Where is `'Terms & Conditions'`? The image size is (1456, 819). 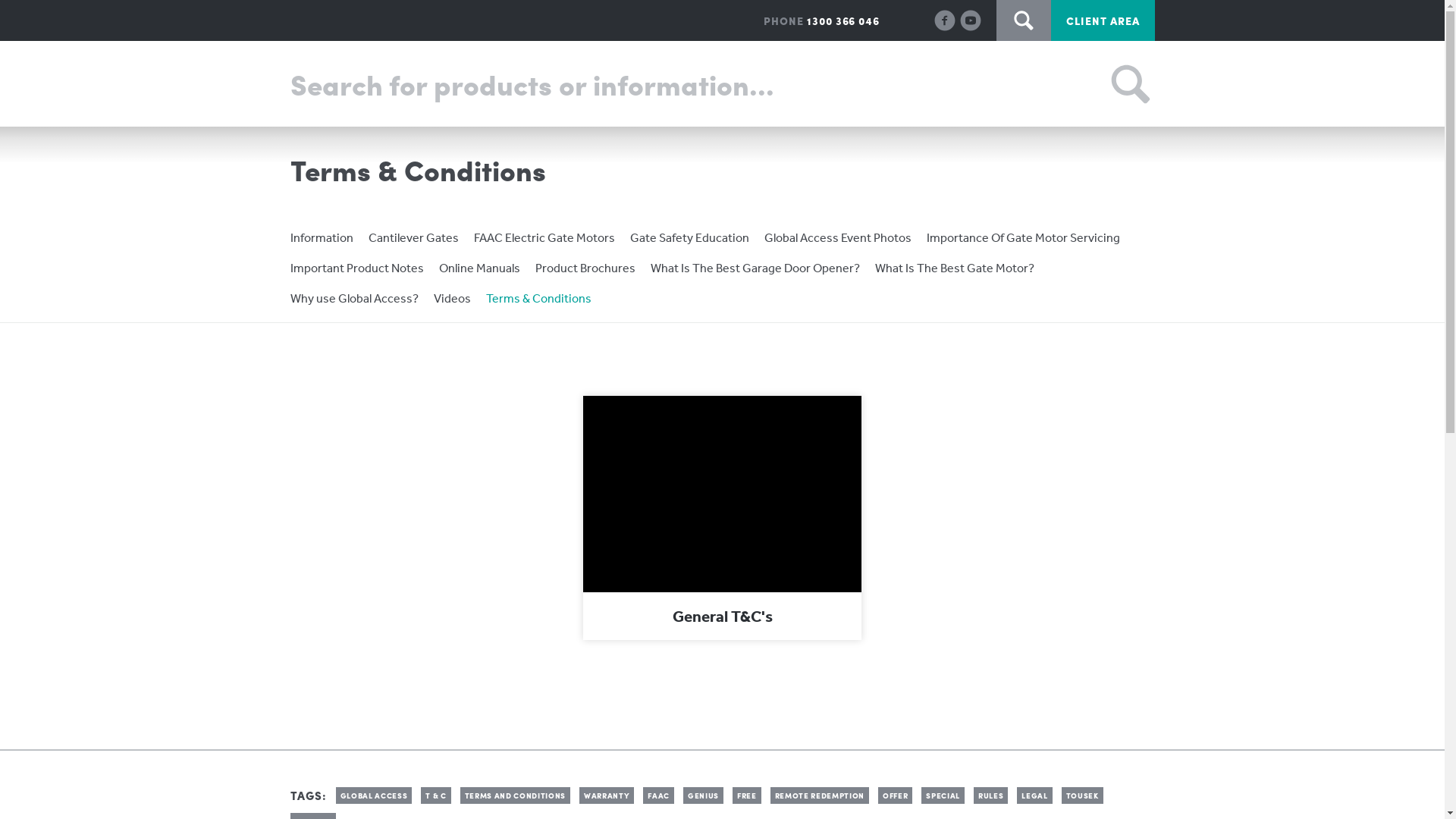 'Terms & Conditions' is located at coordinates (538, 298).